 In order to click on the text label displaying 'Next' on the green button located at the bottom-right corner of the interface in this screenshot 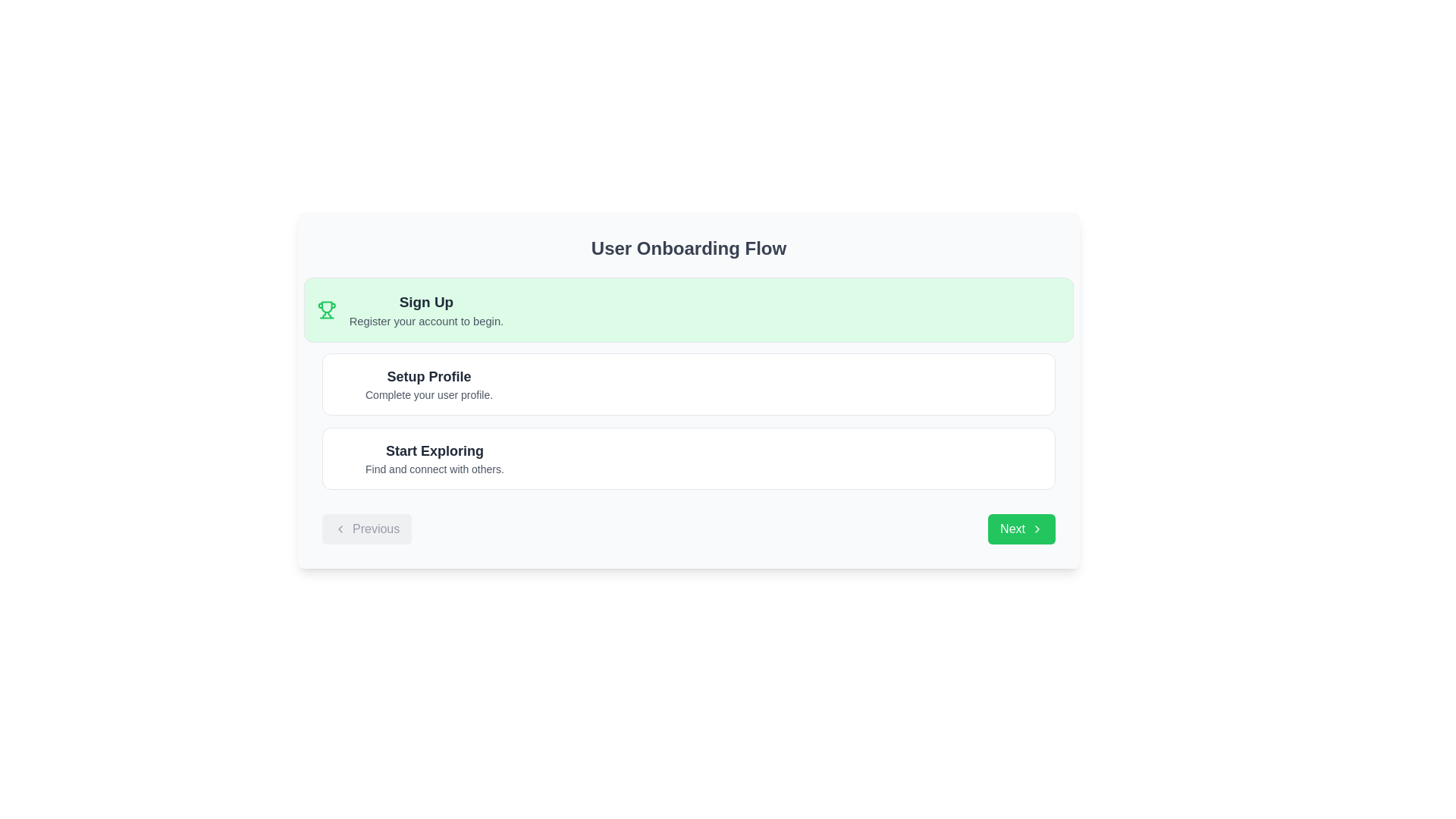, I will do `click(1012, 529)`.